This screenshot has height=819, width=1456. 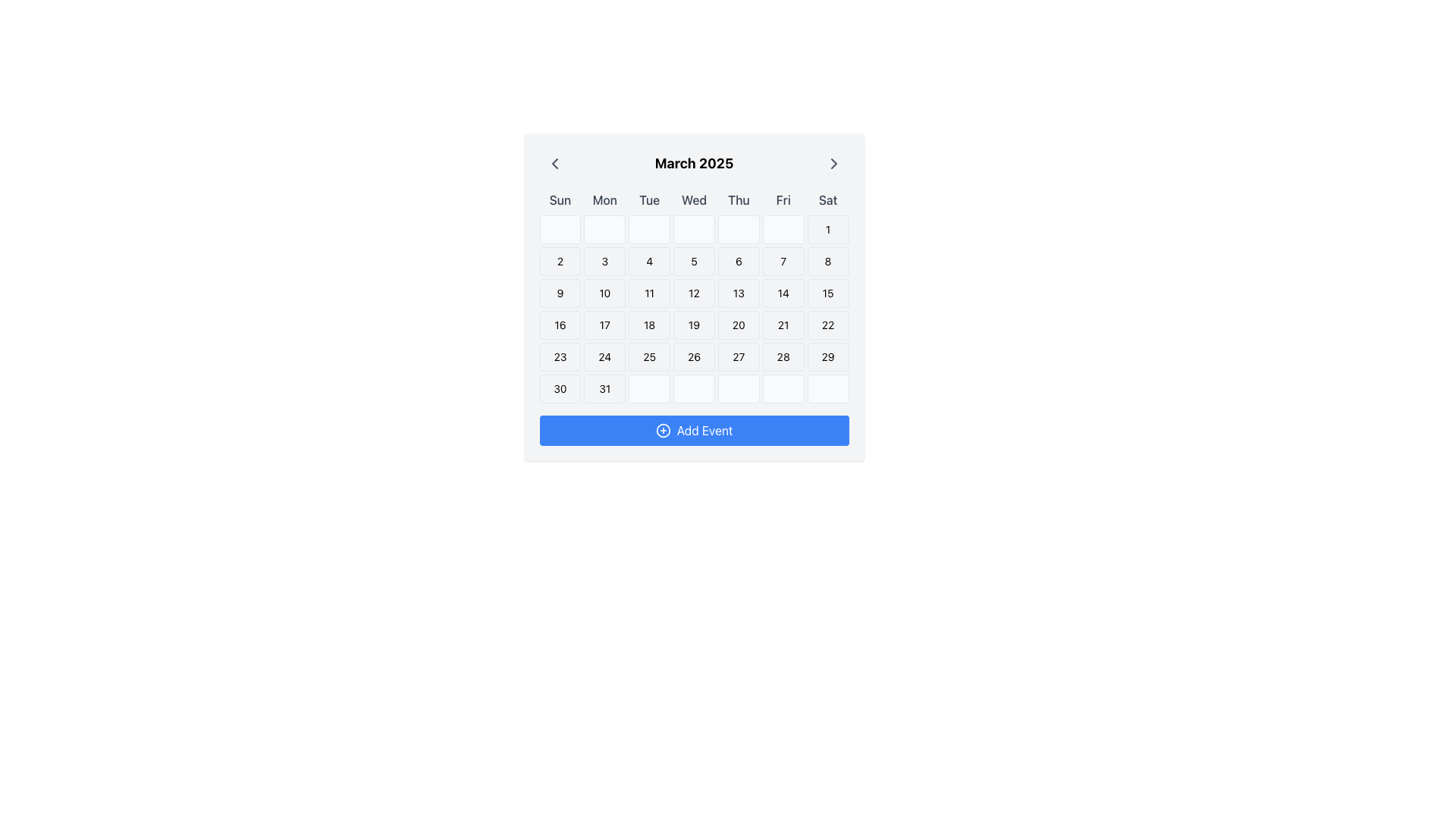 I want to click on the leftward-pointing chevron icon located to the left of the calendar heading 'March 2025', so click(x=554, y=164).